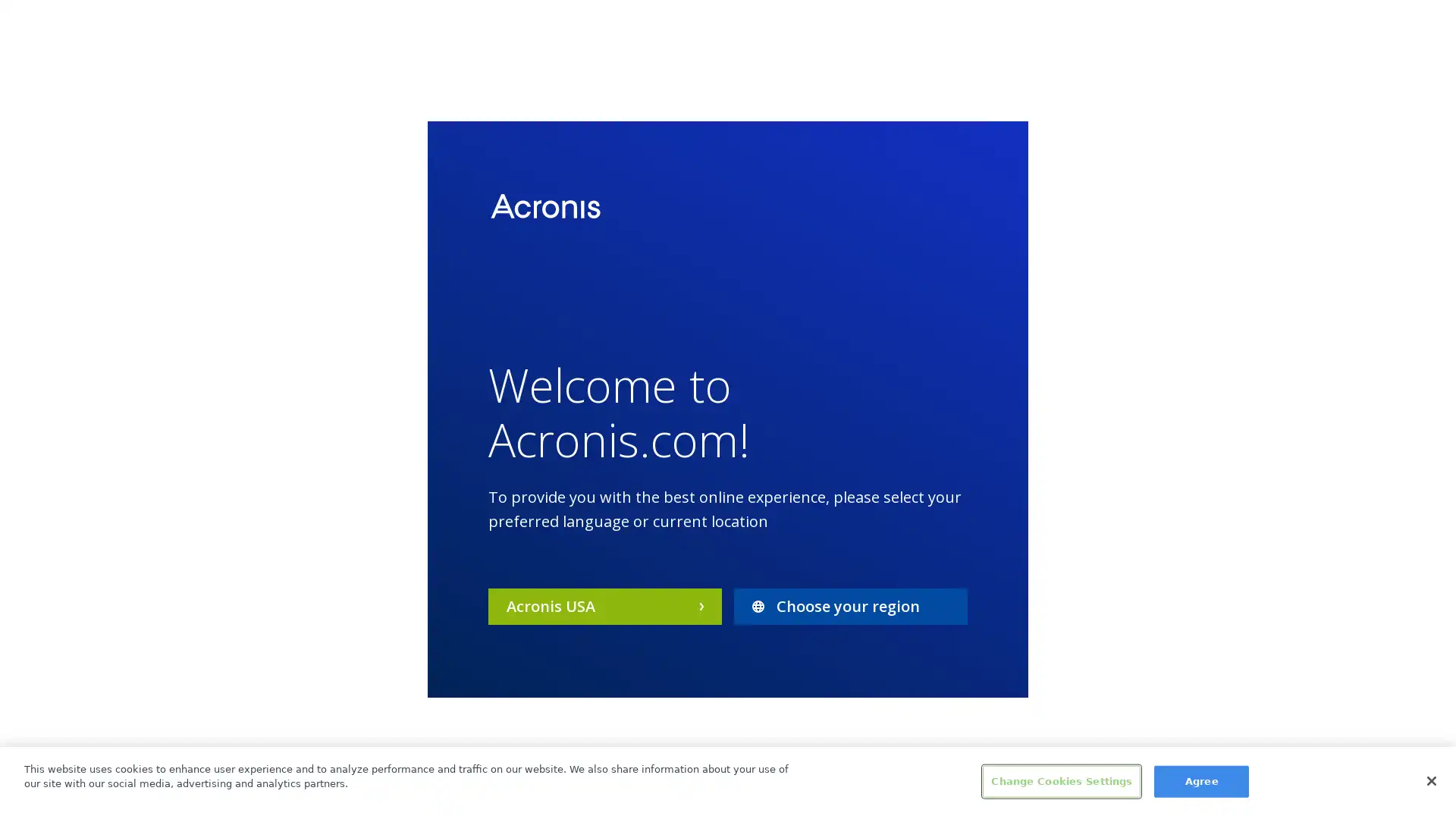  Describe the element at coordinates (1430, 780) in the screenshot. I see `Close` at that location.